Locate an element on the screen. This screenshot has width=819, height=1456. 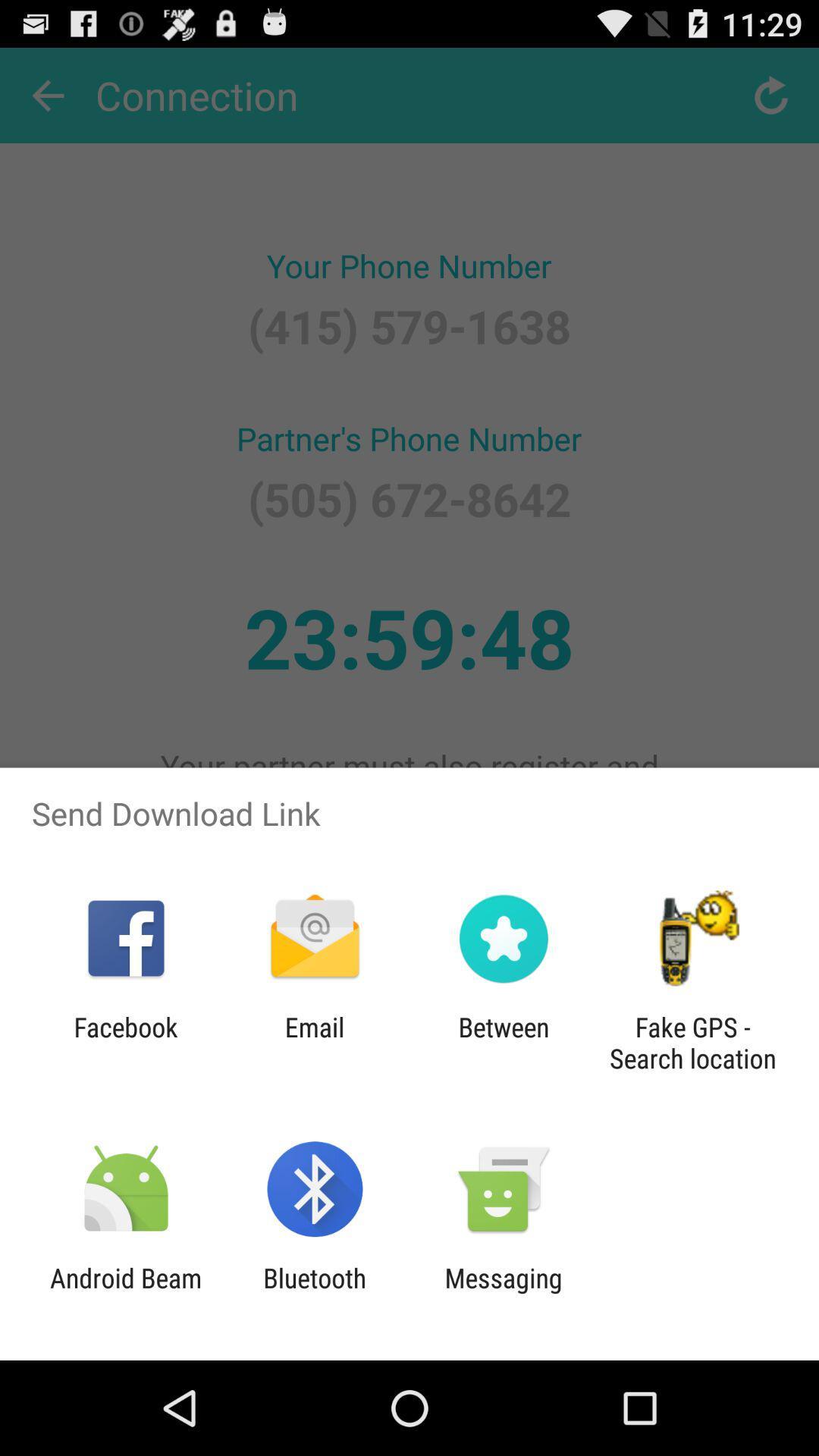
app to the right of email icon is located at coordinates (504, 1042).